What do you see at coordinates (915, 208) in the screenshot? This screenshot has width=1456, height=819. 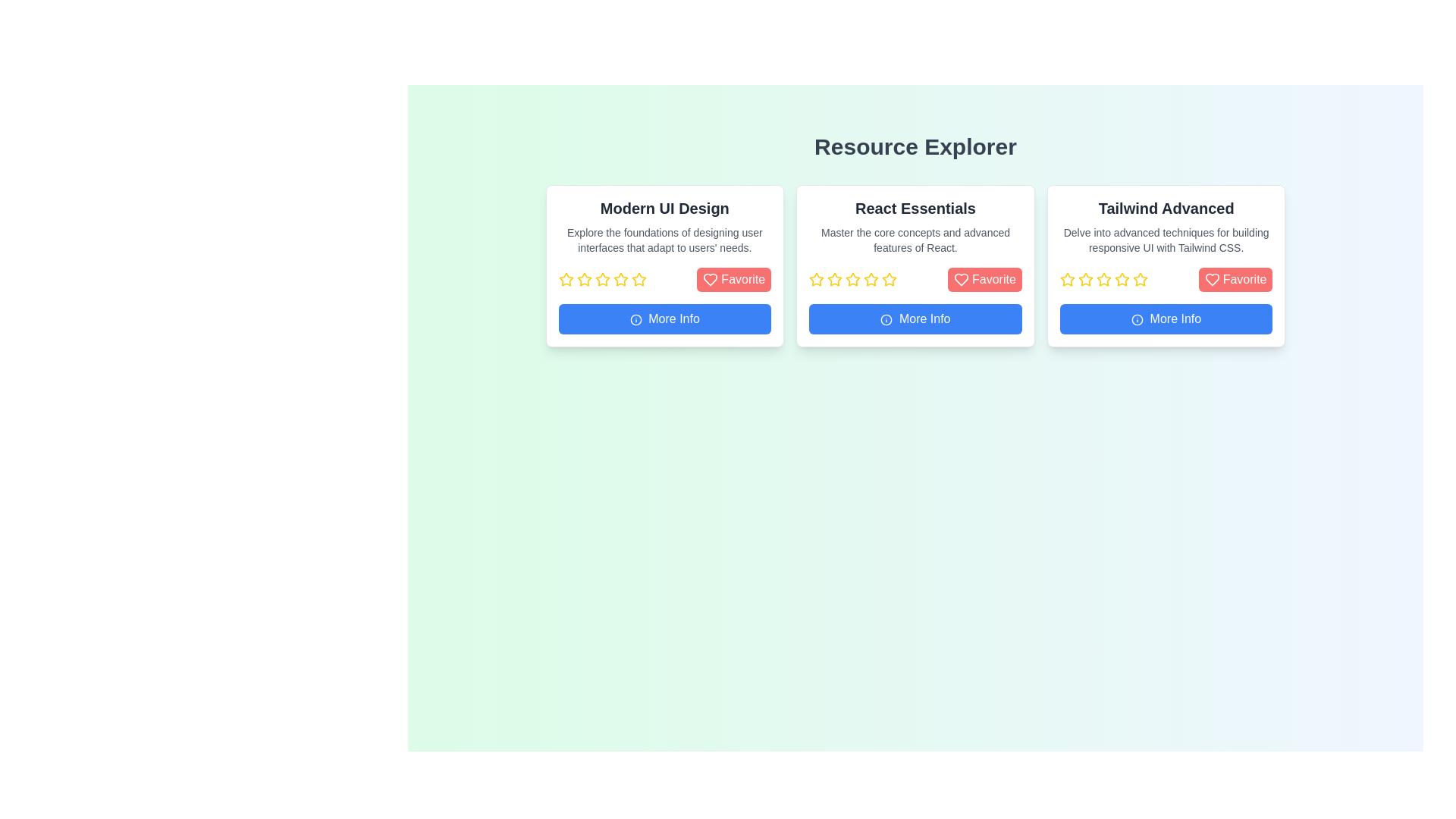 I see `the heading element styled in bold typography displaying the text 'React Essentials', located at the top of the middle card in a three-card layout` at bounding box center [915, 208].